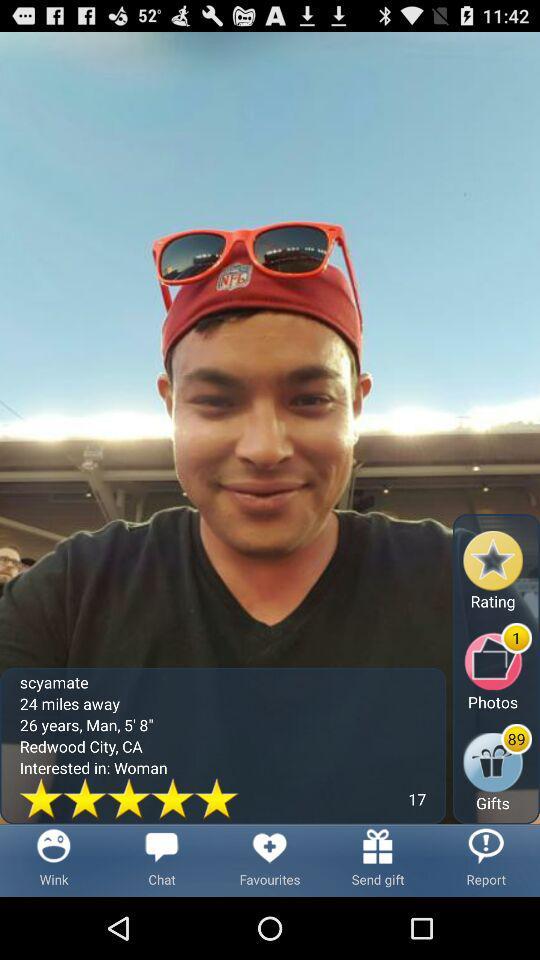 Image resolution: width=540 pixels, height=960 pixels. What do you see at coordinates (378, 859) in the screenshot?
I see `button to the right of favourites button` at bounding box center [378, 859].